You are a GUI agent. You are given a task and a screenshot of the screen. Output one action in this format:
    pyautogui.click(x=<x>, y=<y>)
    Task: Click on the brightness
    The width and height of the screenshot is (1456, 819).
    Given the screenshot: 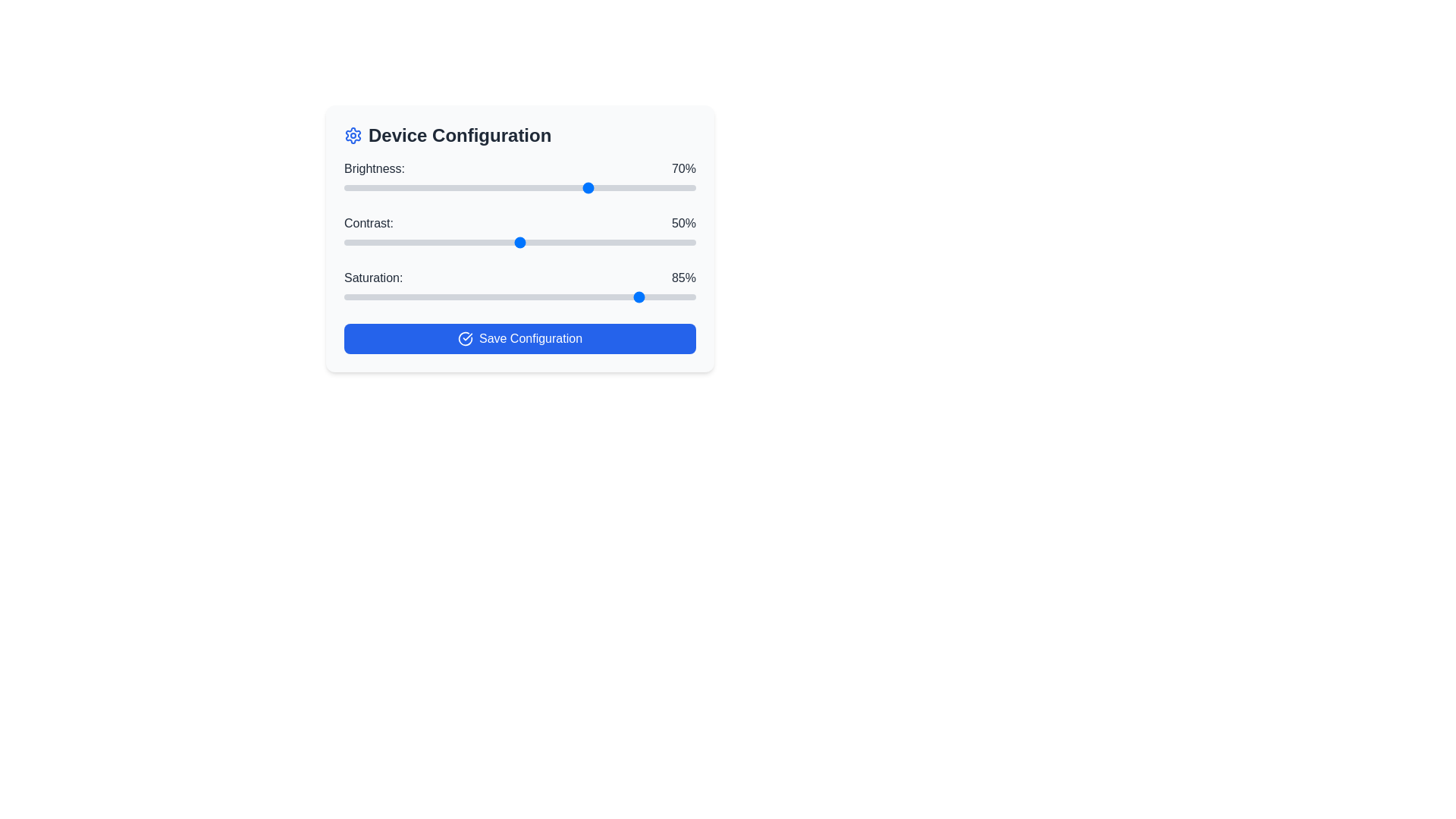 What is the action you would take?
    pyautogui.click(x=347, y=187)
    